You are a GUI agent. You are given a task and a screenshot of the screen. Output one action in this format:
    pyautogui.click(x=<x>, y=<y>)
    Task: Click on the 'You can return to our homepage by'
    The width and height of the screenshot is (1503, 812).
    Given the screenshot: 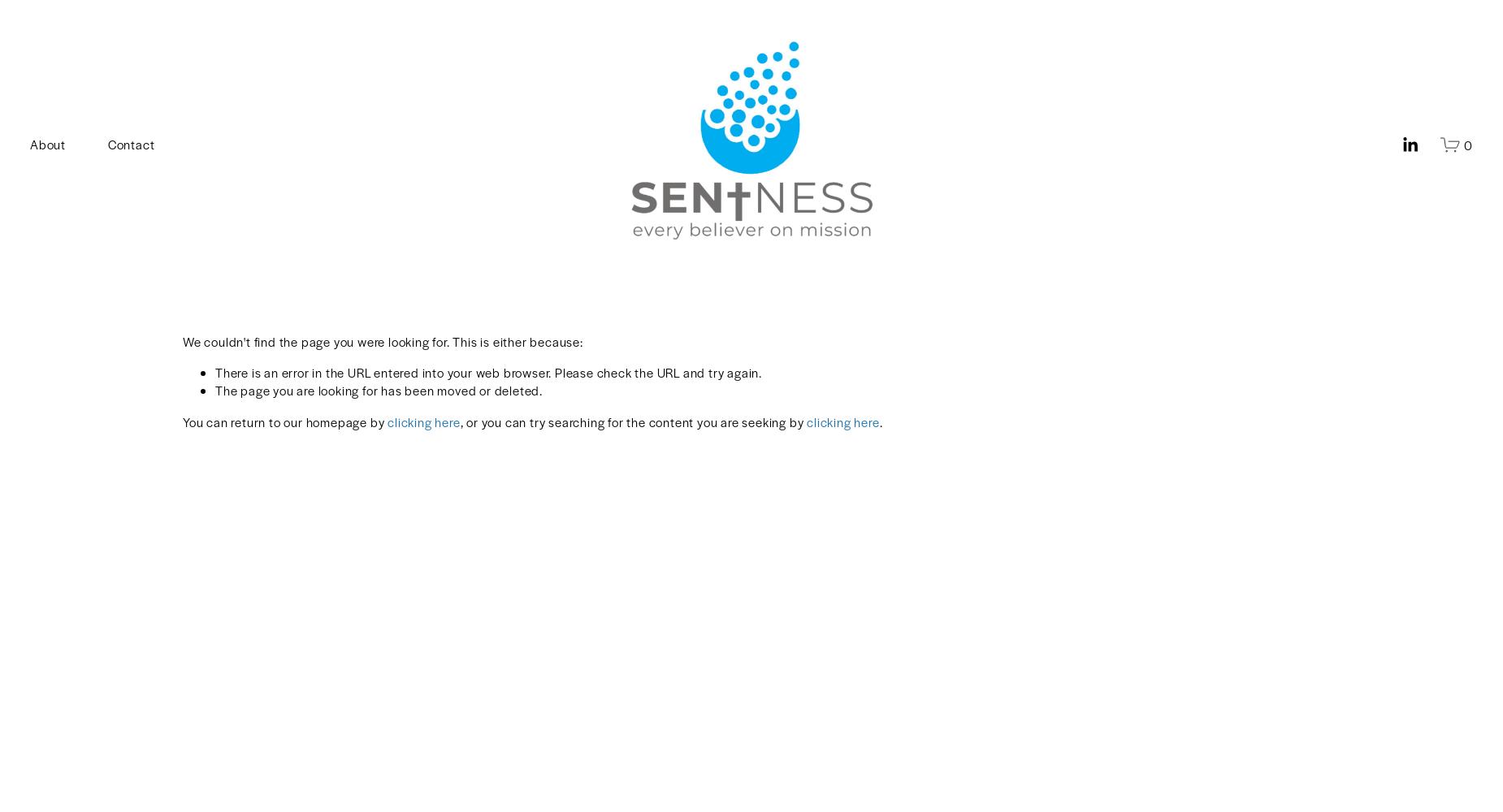 What is the action you would take?
    pyautogui.click(x=284, y=421)
    